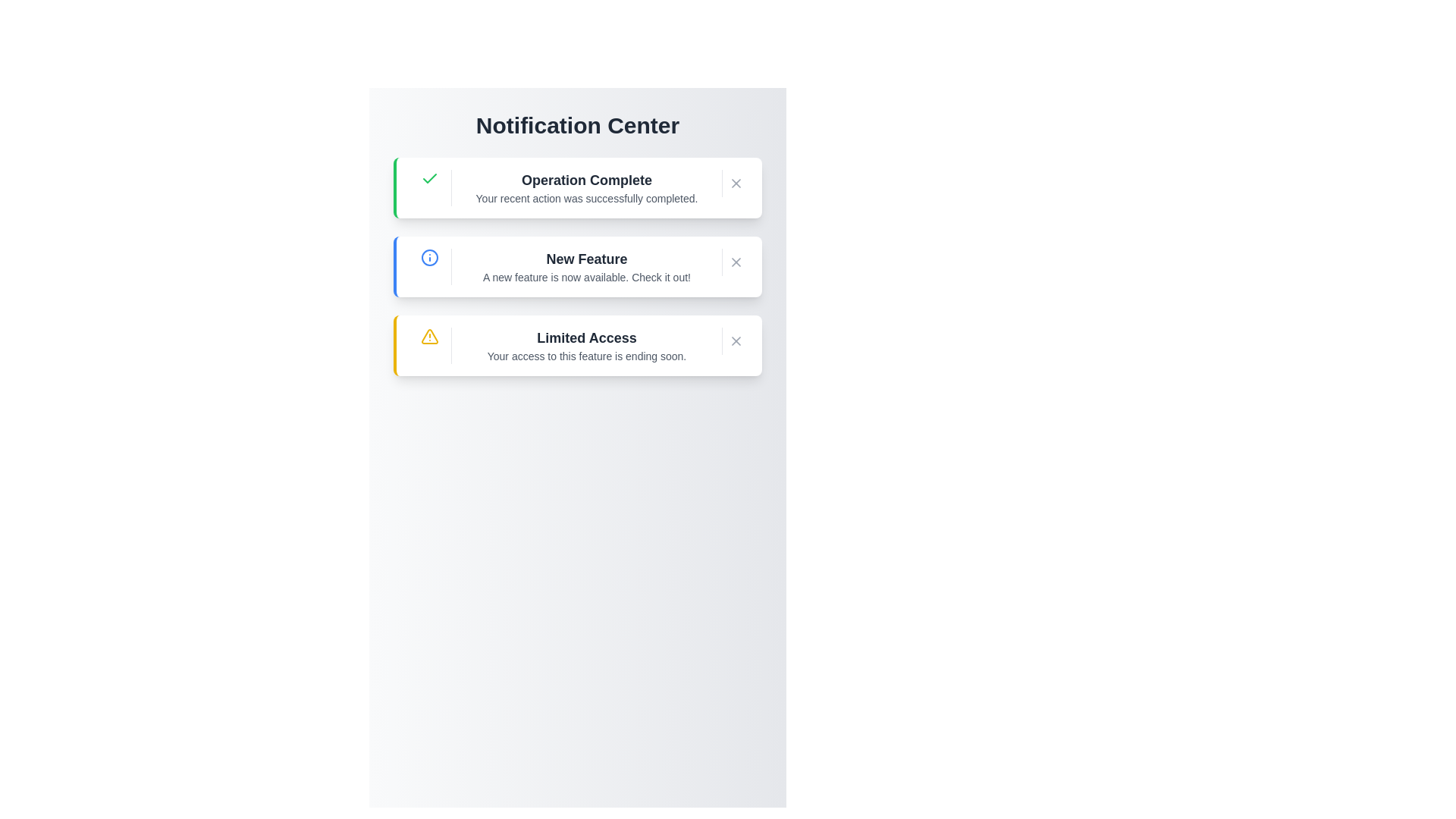 This screenshot has height=819, width=1456. What do you see at coordinates (428, 256) in the screenshot?
I see `the circular vector graphic element with a blue outline that is part of the informational icon in the second notification card titled 'New Feature'` at bounding box center [428, 256].